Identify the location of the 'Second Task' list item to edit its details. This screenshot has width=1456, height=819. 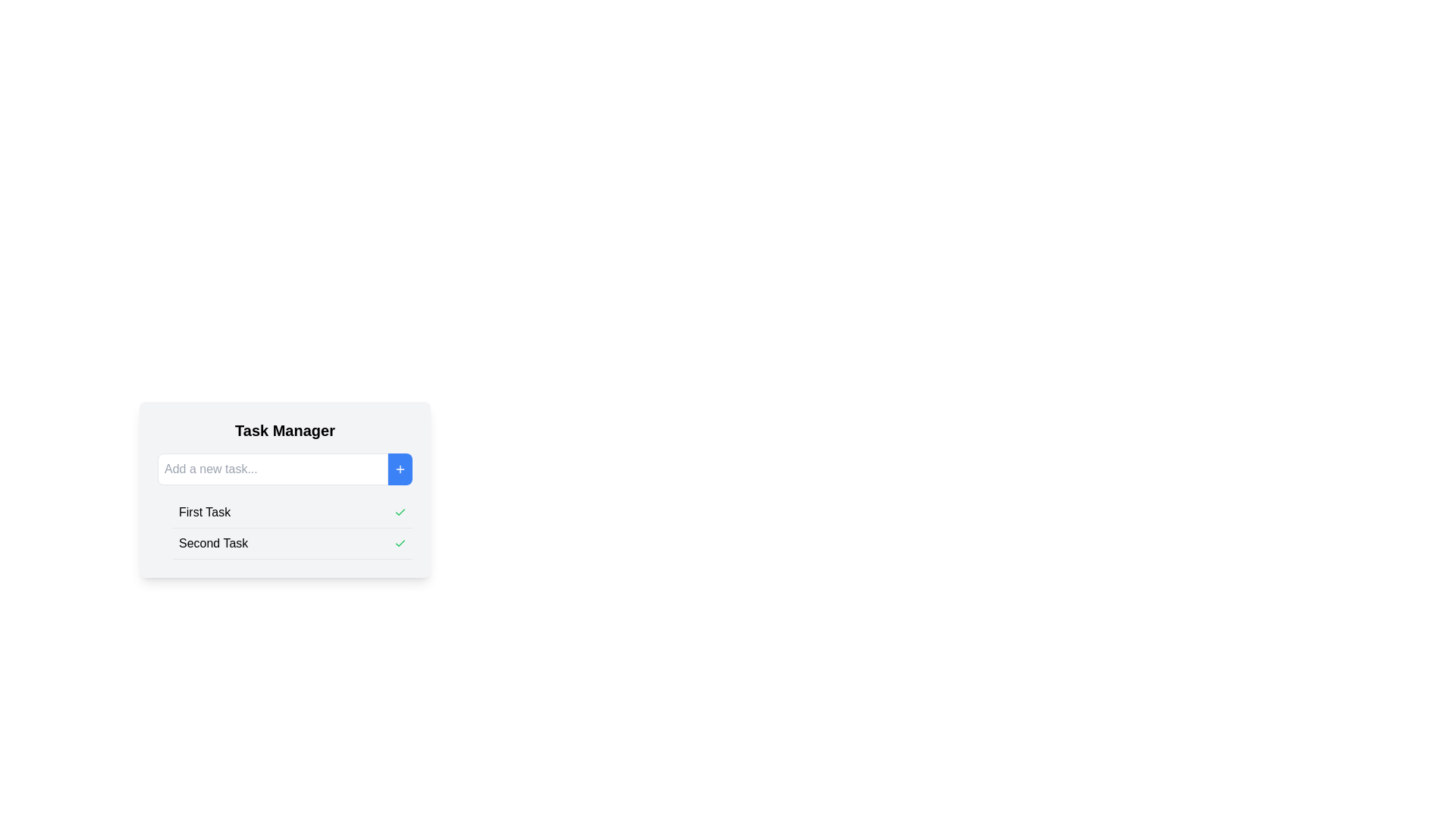
(292, 543).